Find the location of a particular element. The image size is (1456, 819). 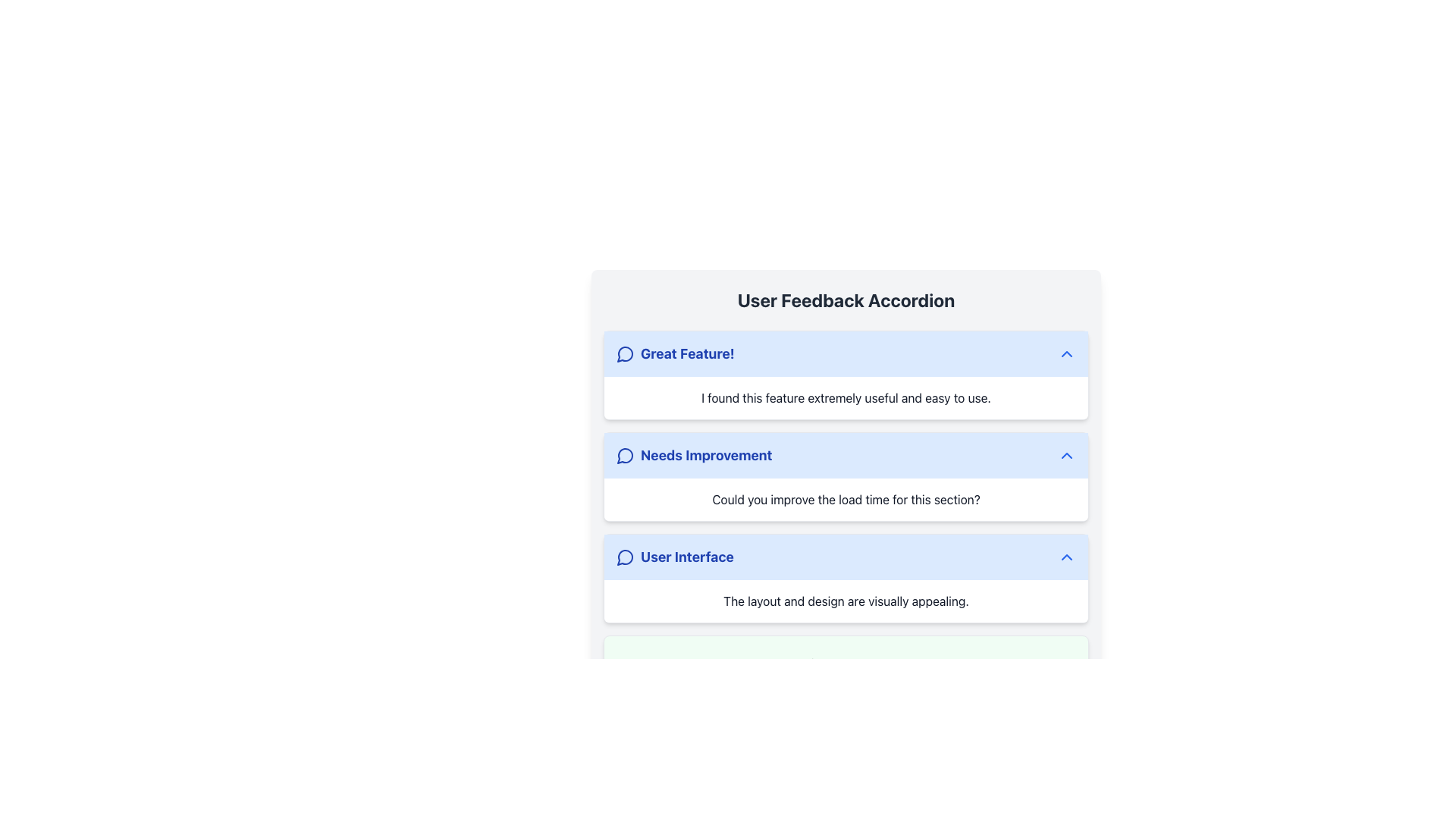

the chevron-up icon located at the far right of the 'Great Feature!' section is located at coordinates (1065, 353).